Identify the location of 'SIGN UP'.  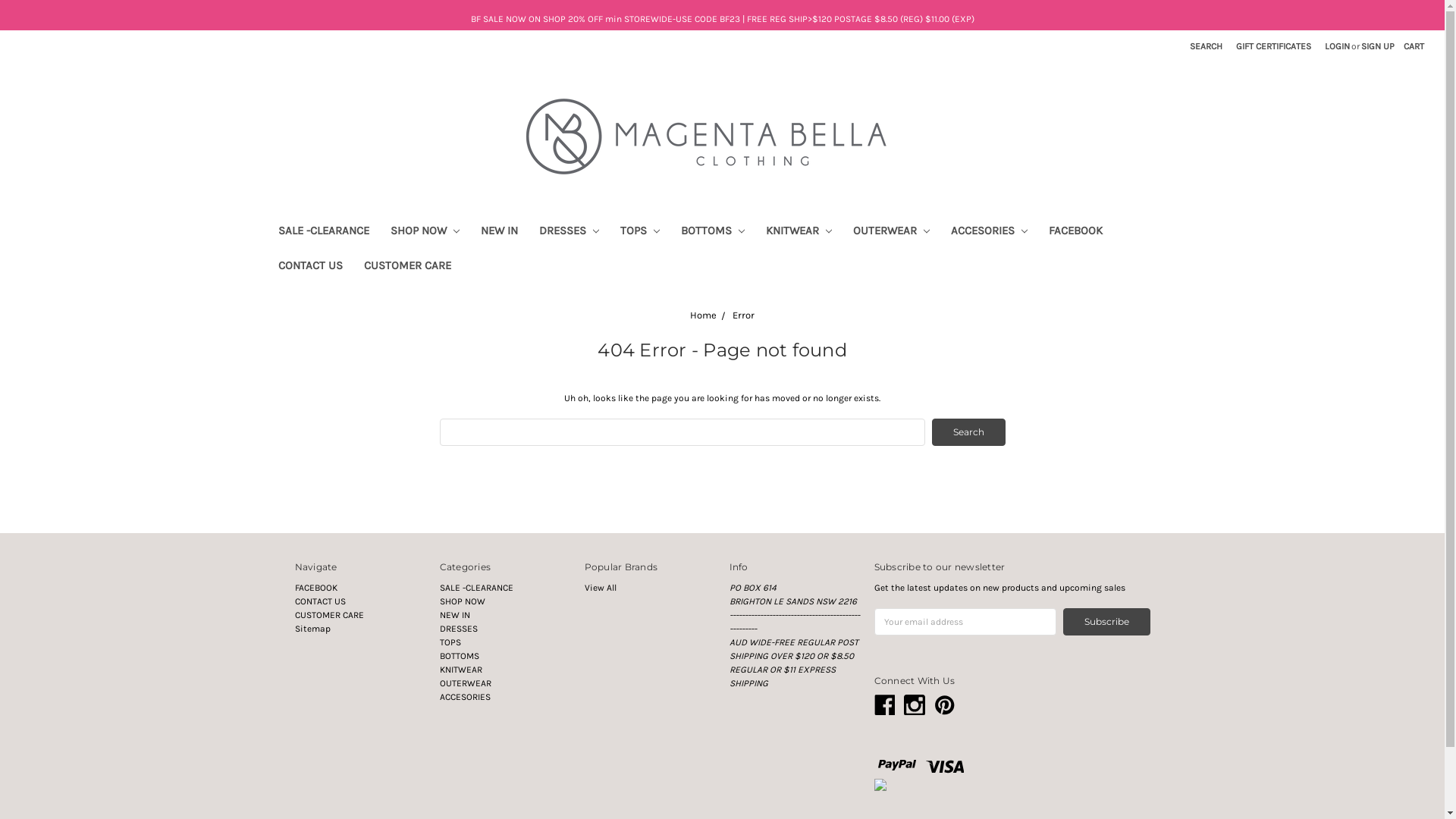
(1378, 45).